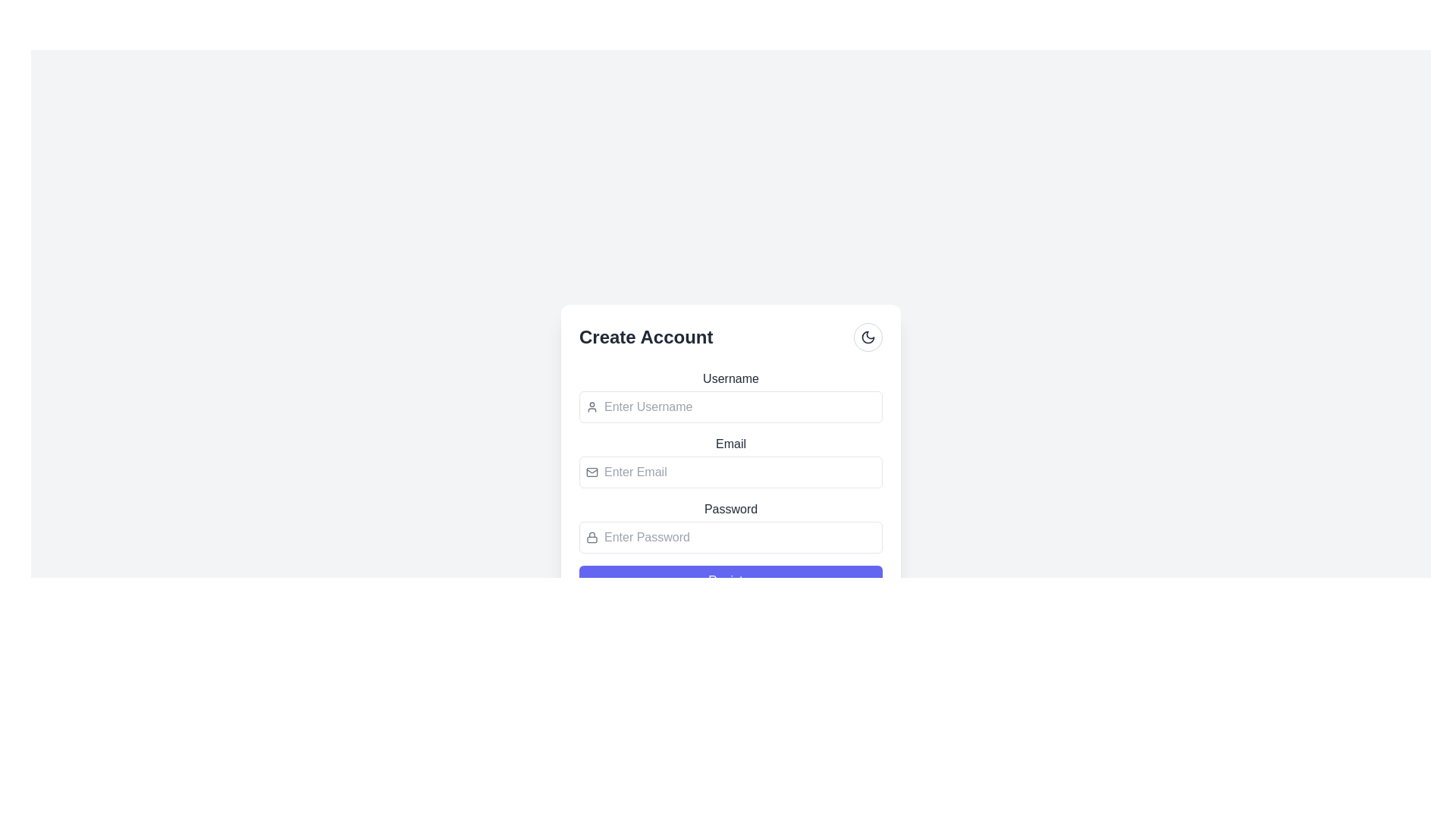 This screenshot has height=819, width=1456. Describe the element at coordinates (731, 472) in the screenshot. I see `the email input field` at that location.